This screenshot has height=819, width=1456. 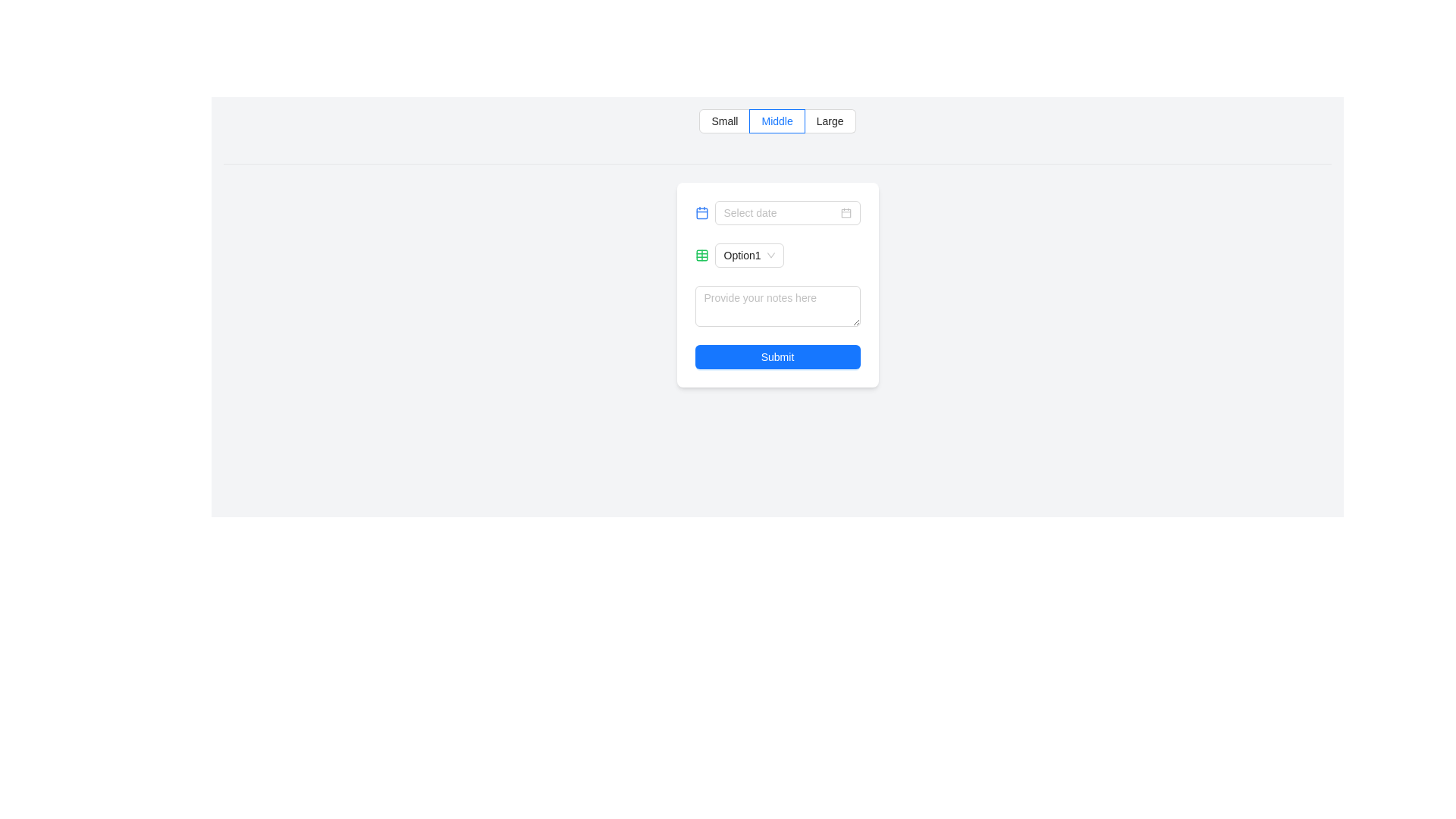 What do you see at coordinates (777, 120) in the screenshot?
I see `the 'Middle' radio button which is styled as a rectangular button and is positioned centrally between 'Small' and 'Large' in a group of three by` at bounding box center [777, 120].